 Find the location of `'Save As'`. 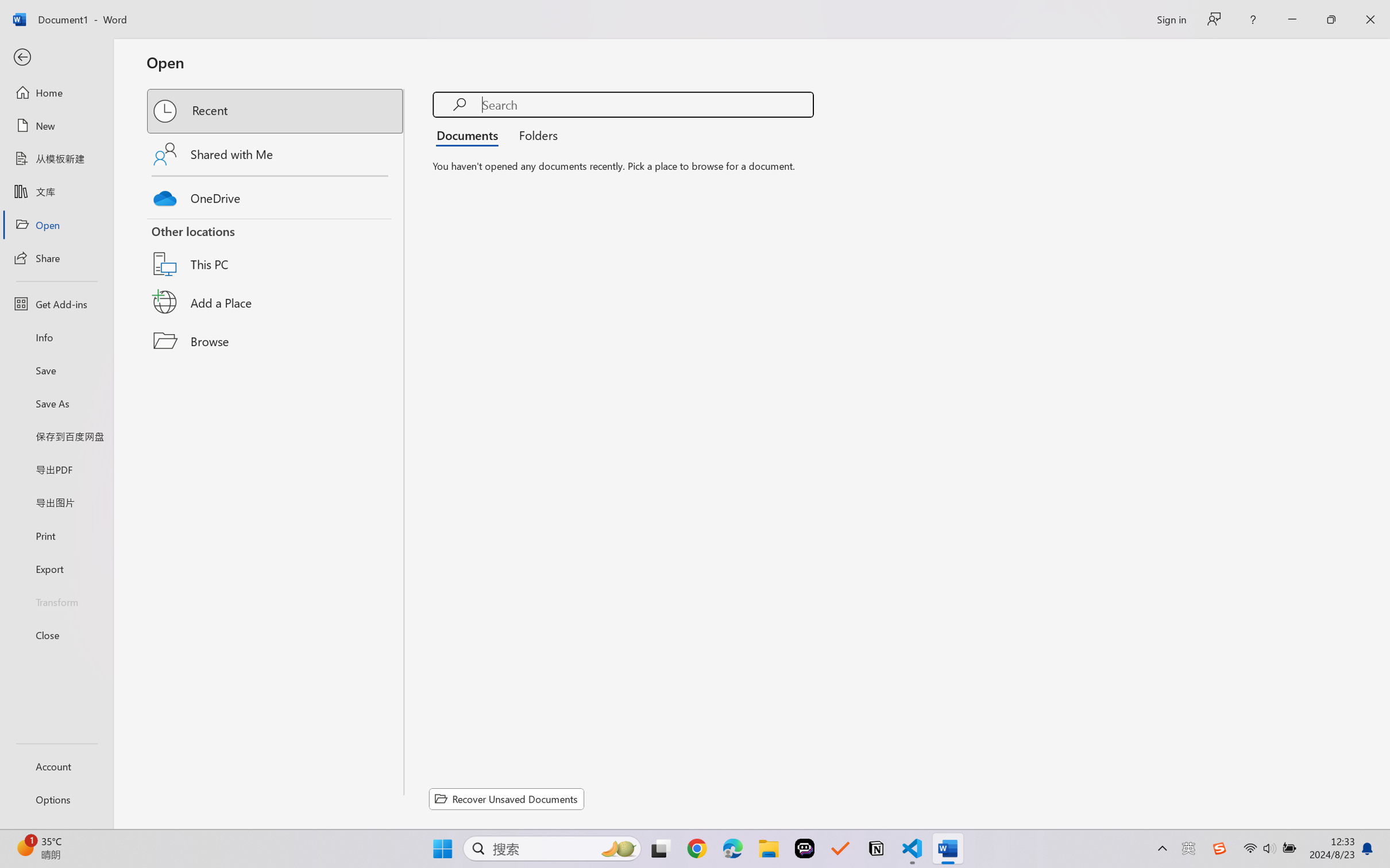

'Save As' is located at coordinates (56, 403).